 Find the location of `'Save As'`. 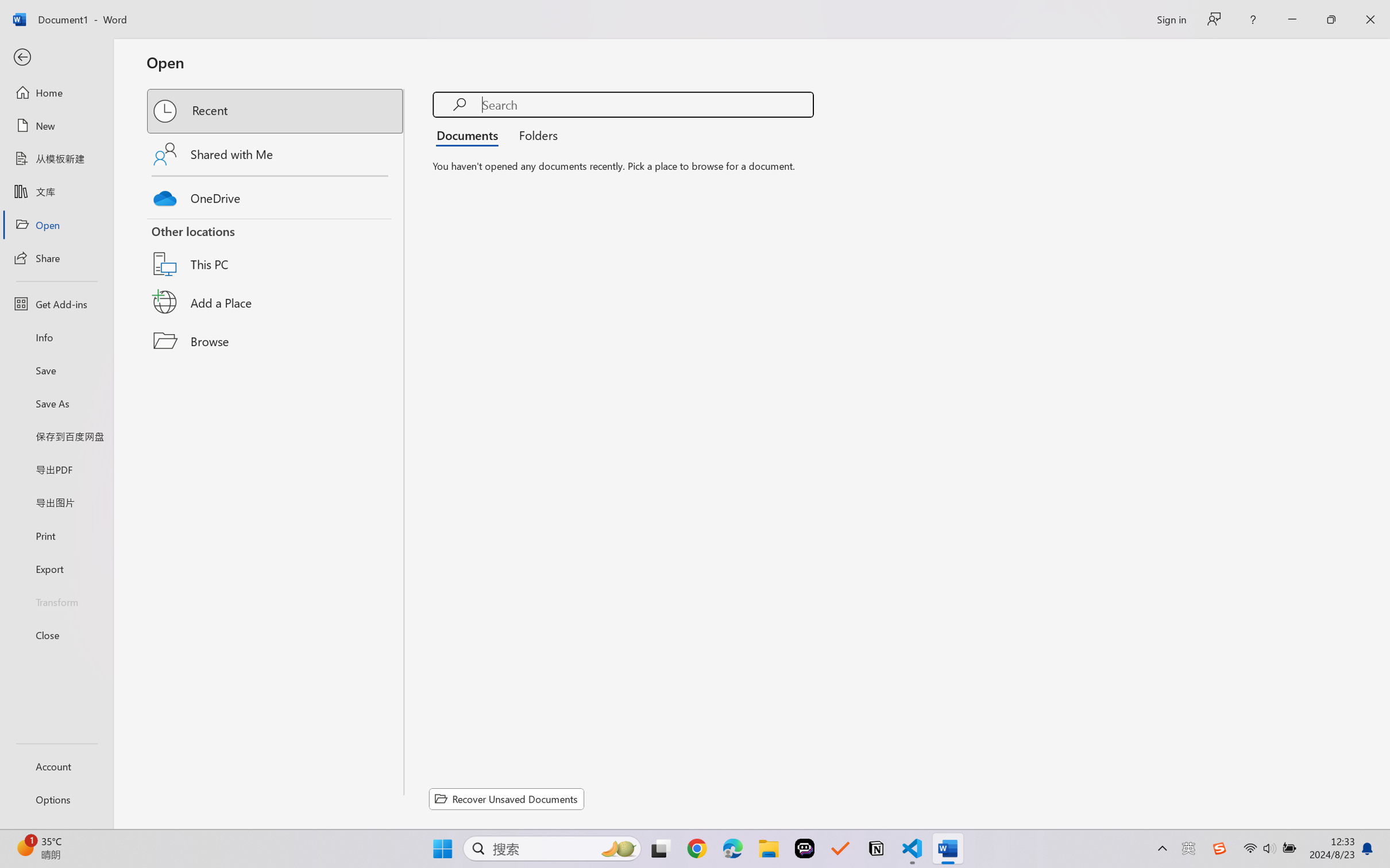

'Save As' is located at coordinates (56, 403).